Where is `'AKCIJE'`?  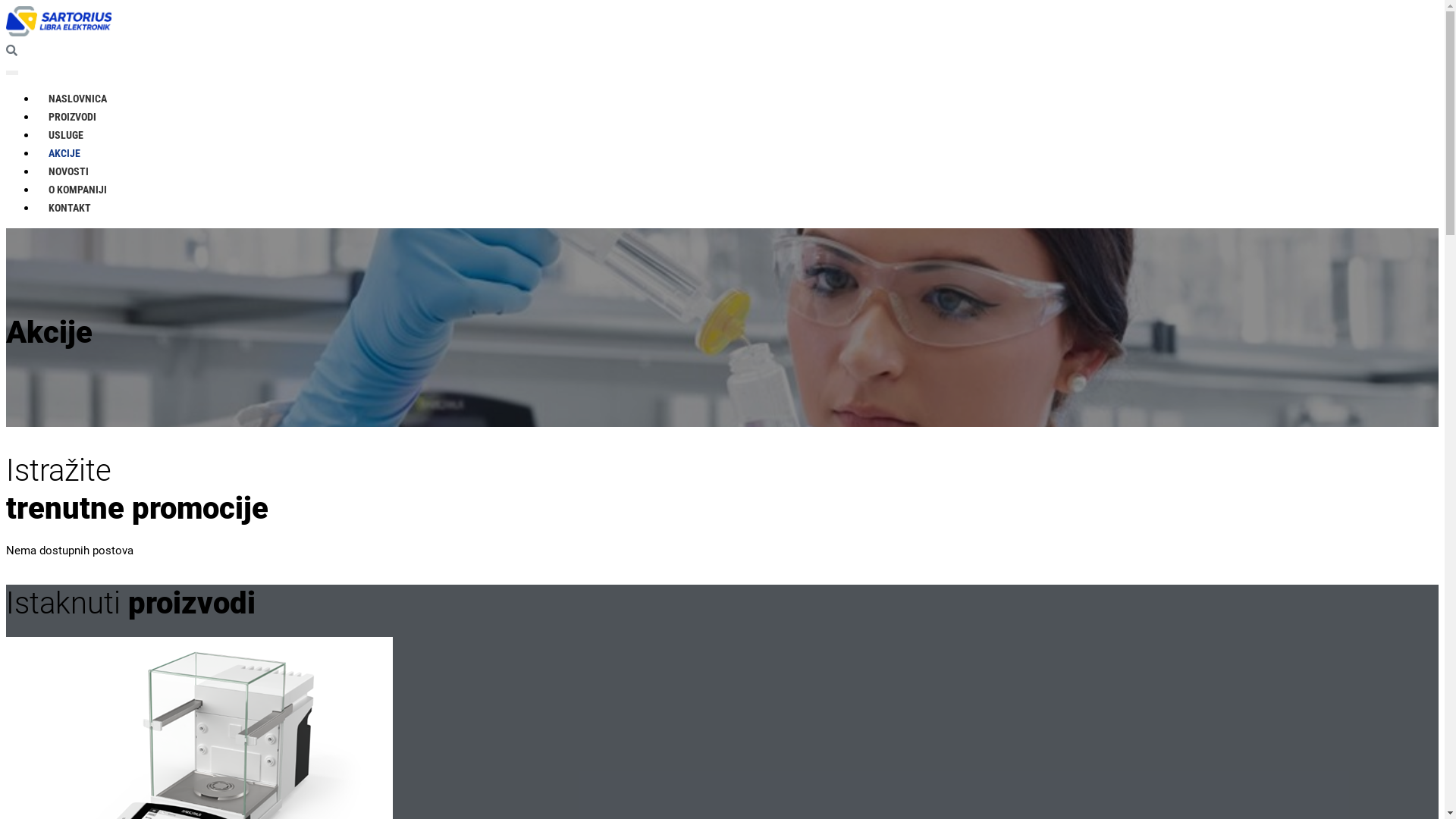
'AKCIJE' is located at coordinates (64, 152).